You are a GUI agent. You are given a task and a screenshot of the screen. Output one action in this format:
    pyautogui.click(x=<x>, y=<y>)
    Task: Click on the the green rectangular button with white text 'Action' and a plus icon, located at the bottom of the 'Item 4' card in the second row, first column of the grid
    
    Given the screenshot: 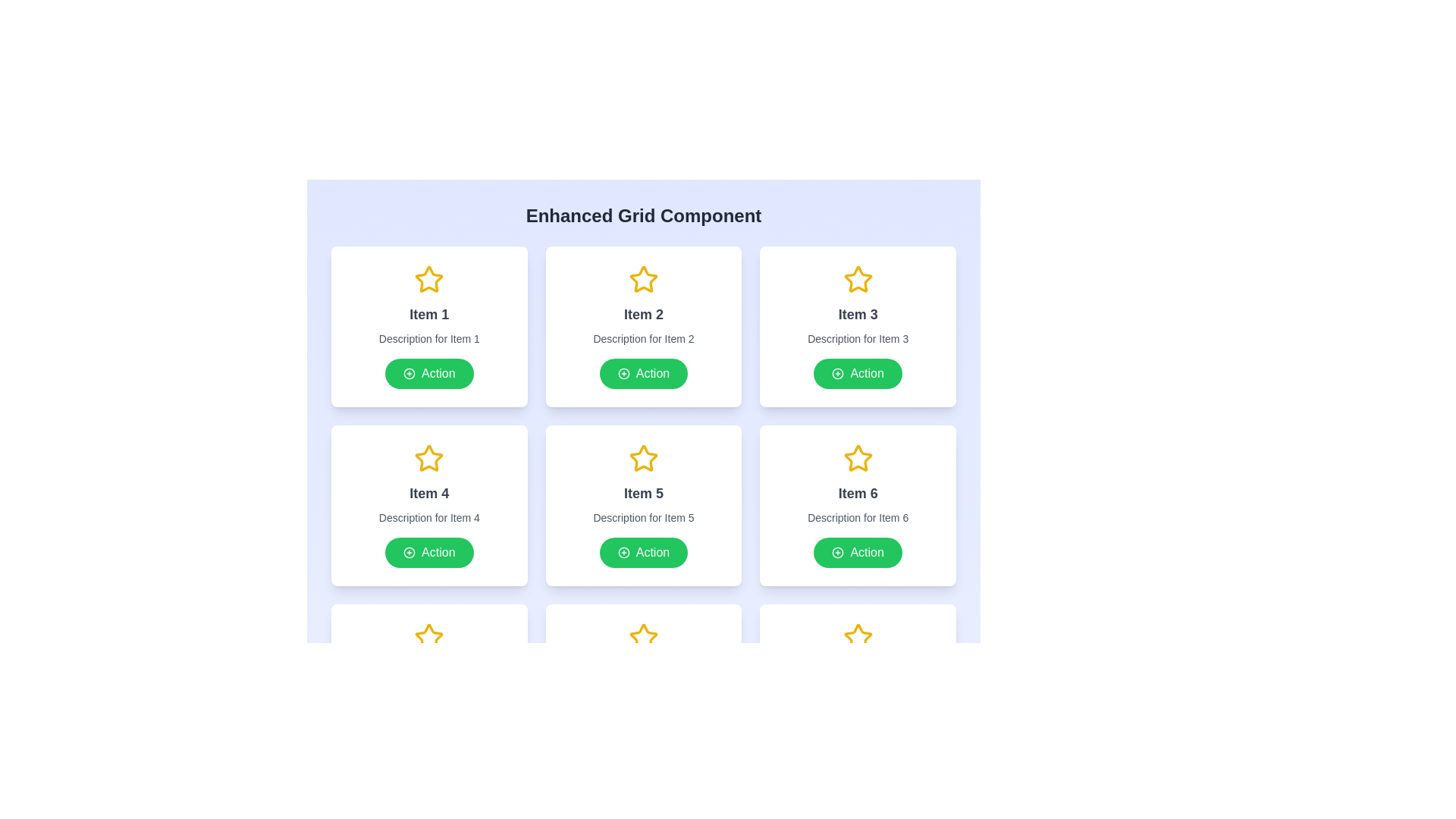 What is the action you would take?
    pyautogui.click(x=428, y=553)
    